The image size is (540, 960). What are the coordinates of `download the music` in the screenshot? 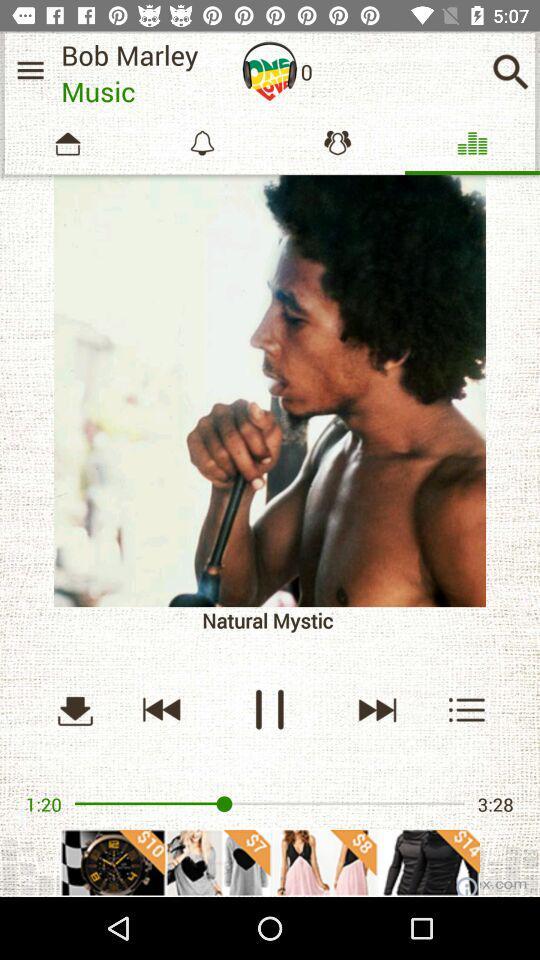 It's located at (74, 709).